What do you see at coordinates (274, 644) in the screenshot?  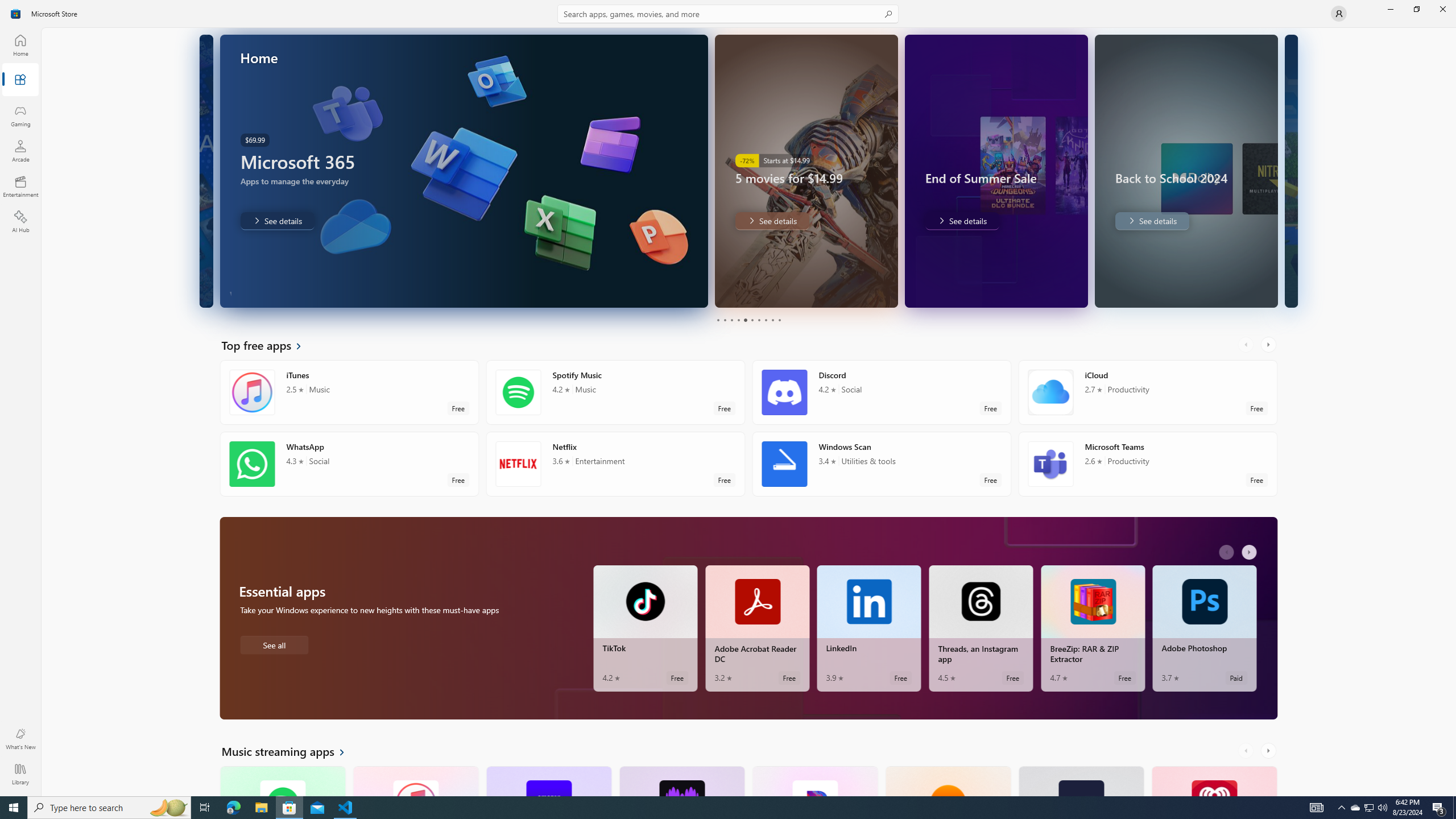 I see `'See all  Essential apps'` at bounding box center [274, 644].